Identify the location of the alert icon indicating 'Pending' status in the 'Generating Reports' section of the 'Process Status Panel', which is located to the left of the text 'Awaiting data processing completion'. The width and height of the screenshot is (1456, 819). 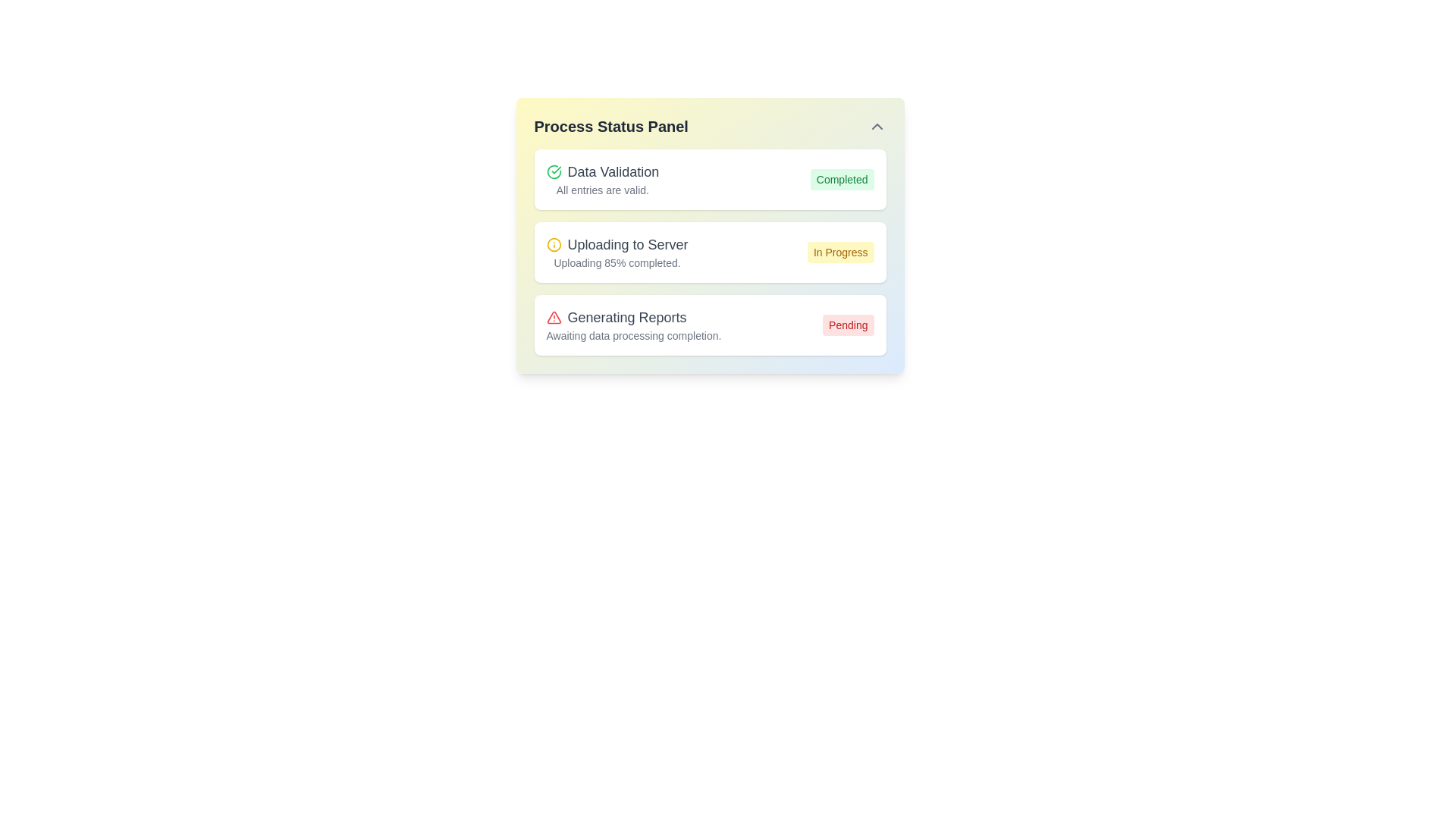
(553, 317).